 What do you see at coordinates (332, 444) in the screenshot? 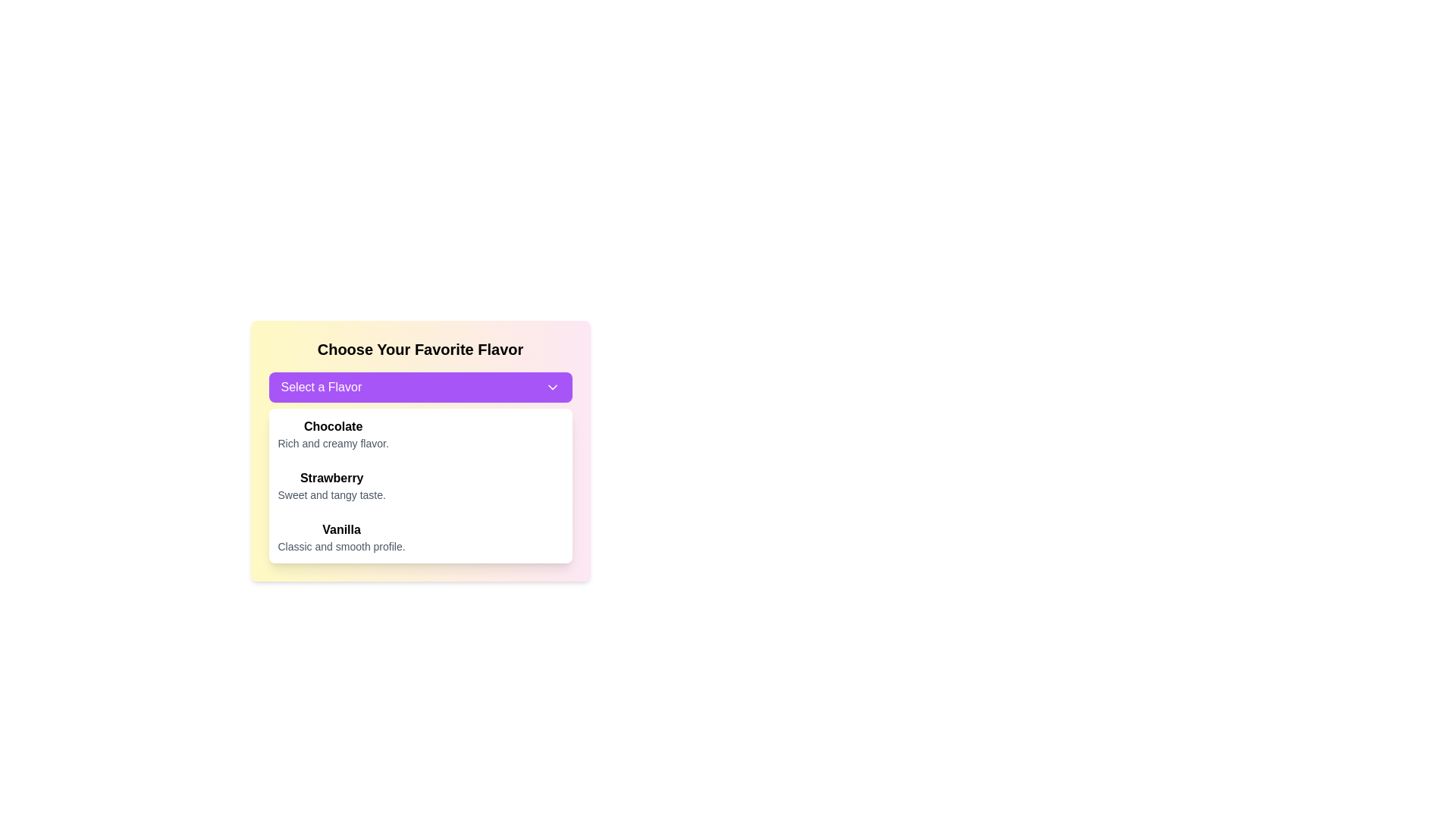
I see `the informational text block describing the flavor 'Chocolate', which is located in the dropdown menu under 'Choose Your Favorite Flavor'` at bounding box center [332, 444].